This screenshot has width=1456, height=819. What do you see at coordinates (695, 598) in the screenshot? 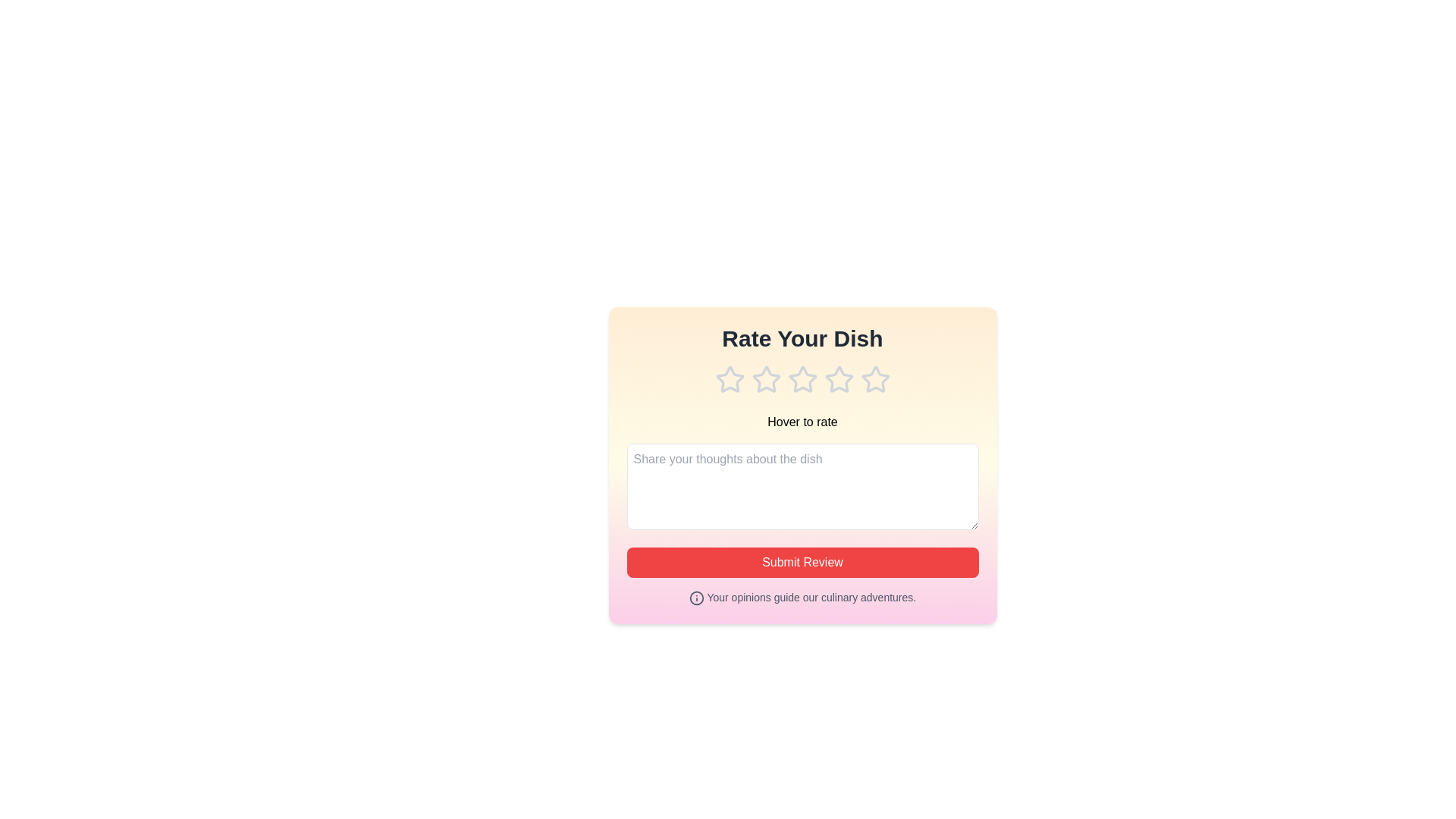
I see `the info icon to display additional details` at bounding box center [695, 598].